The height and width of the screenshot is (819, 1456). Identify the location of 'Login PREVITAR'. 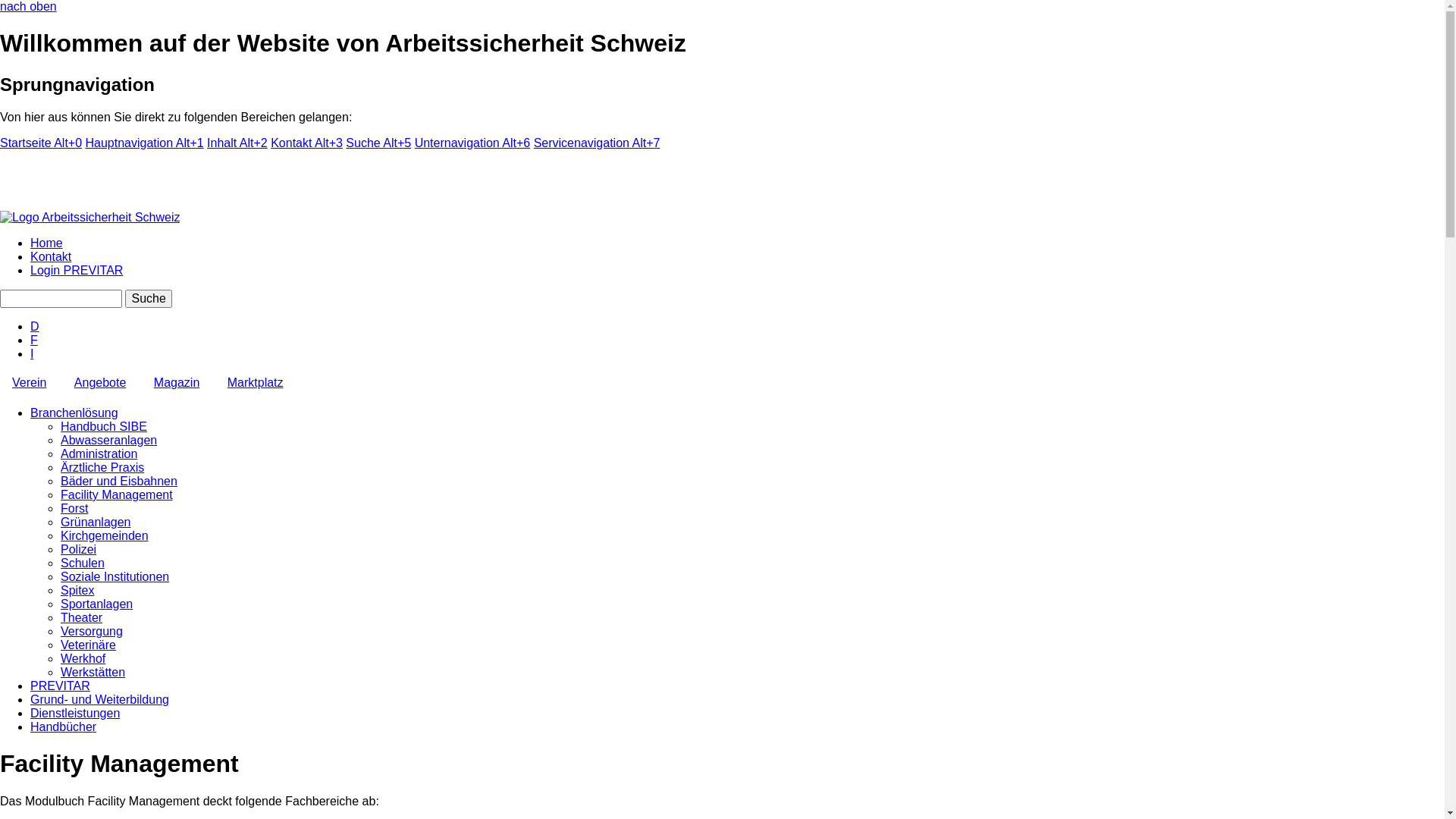
(30, 269).